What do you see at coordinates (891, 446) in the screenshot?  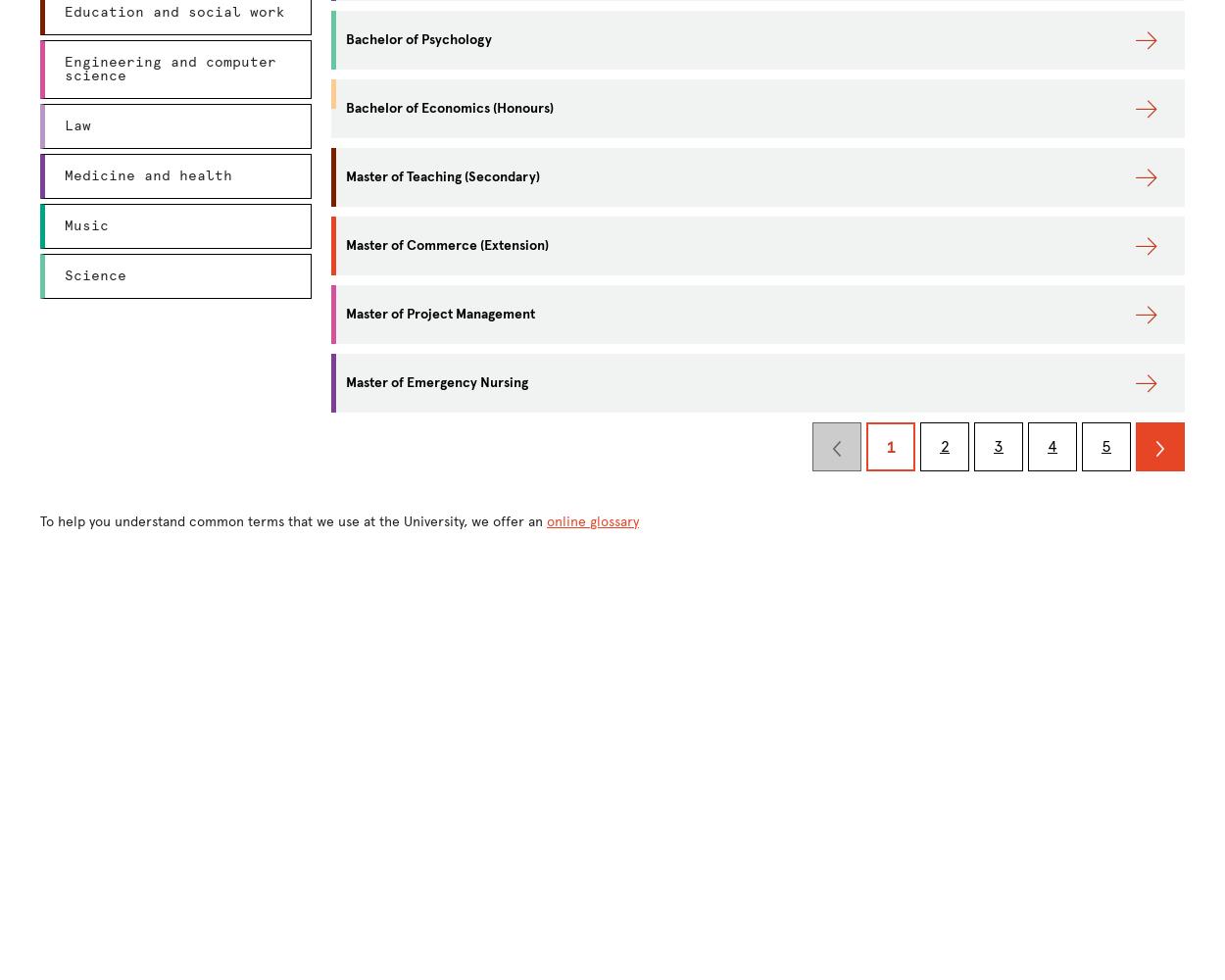 I see `'1'` at bounding box center [891, 446].